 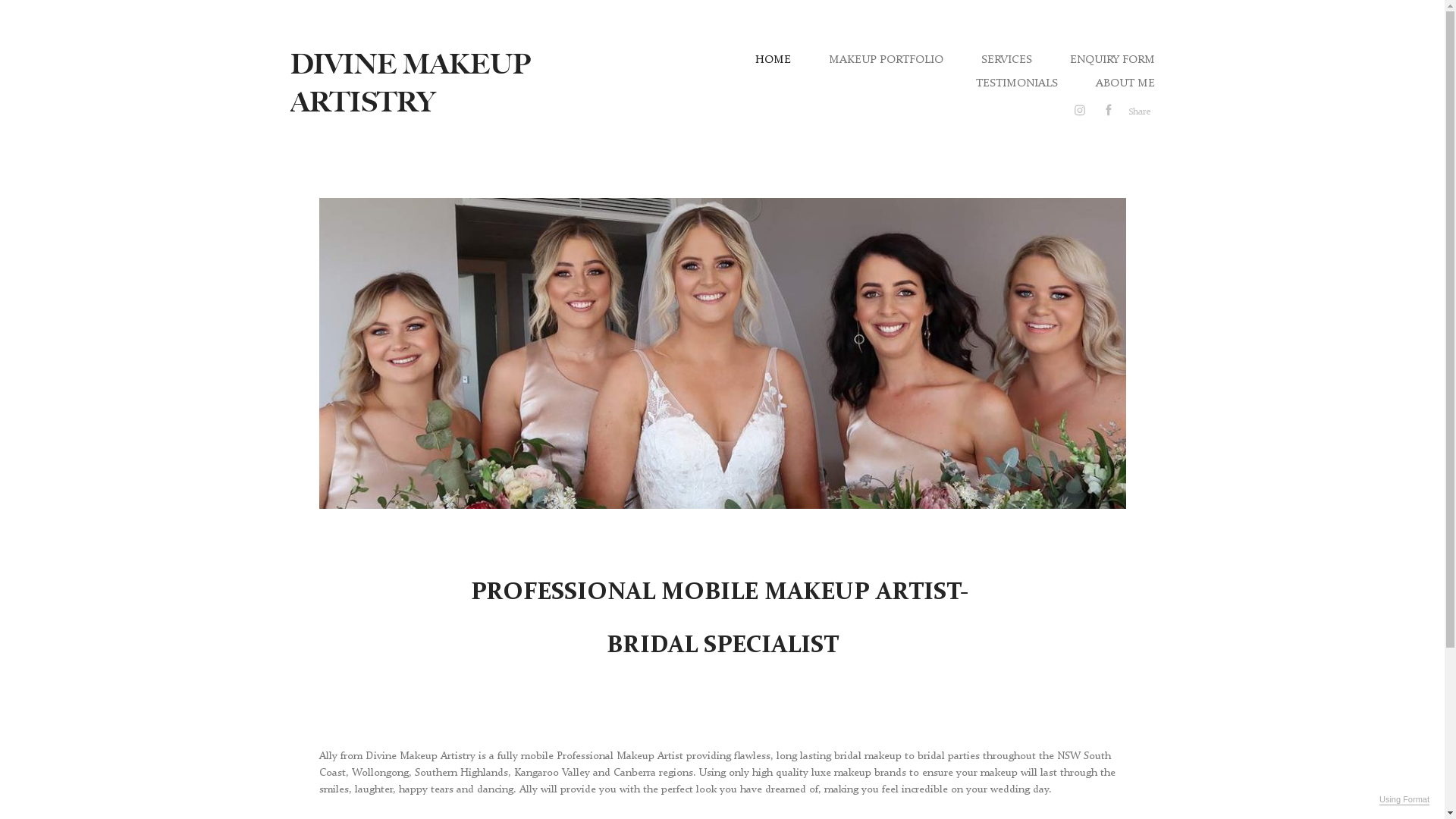 I want to click on 'ENQUIRY FORM', so click(x=1068, y=58).